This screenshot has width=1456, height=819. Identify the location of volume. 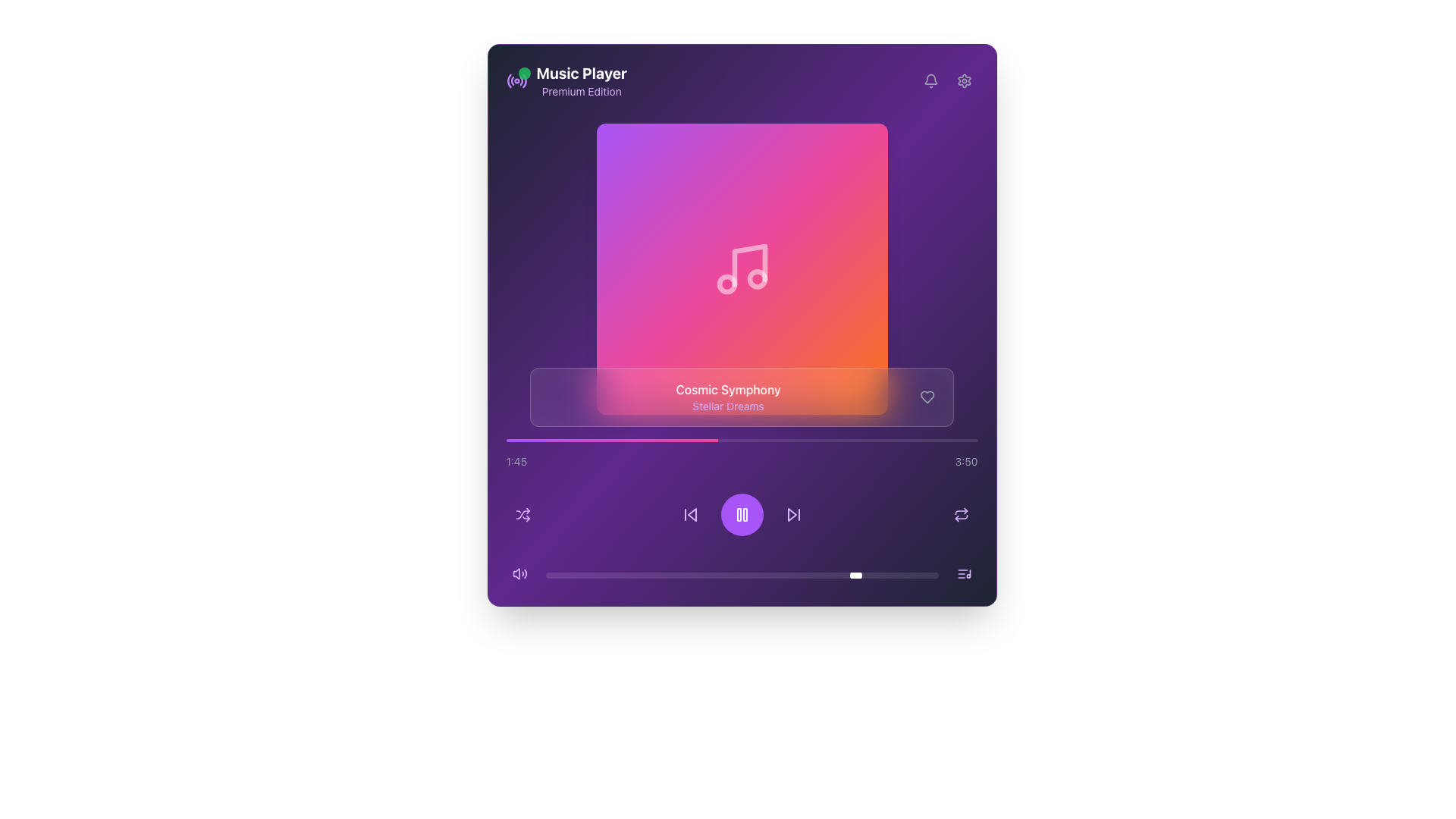
(682, 576).